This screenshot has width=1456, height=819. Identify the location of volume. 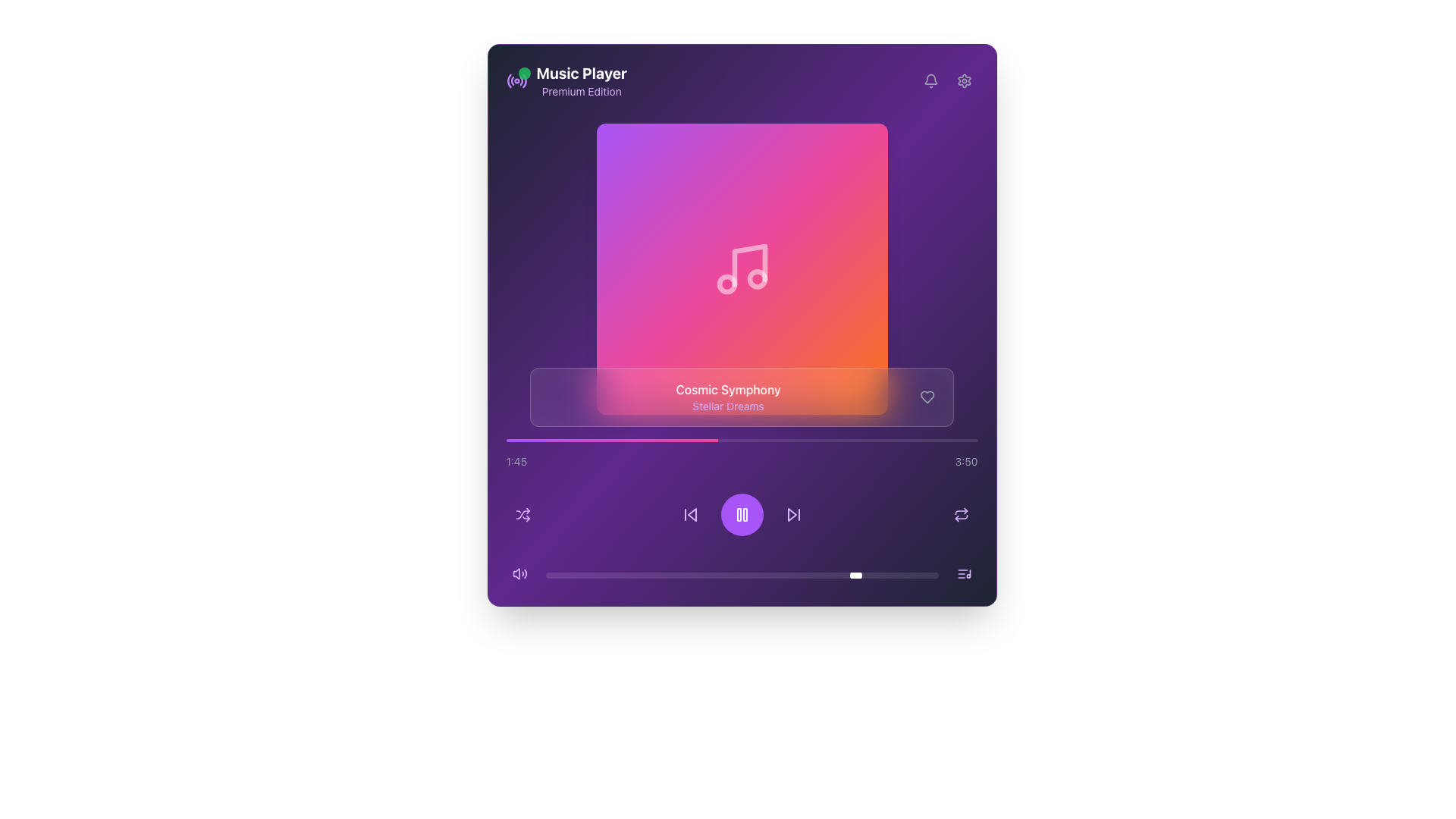
(682, 576).